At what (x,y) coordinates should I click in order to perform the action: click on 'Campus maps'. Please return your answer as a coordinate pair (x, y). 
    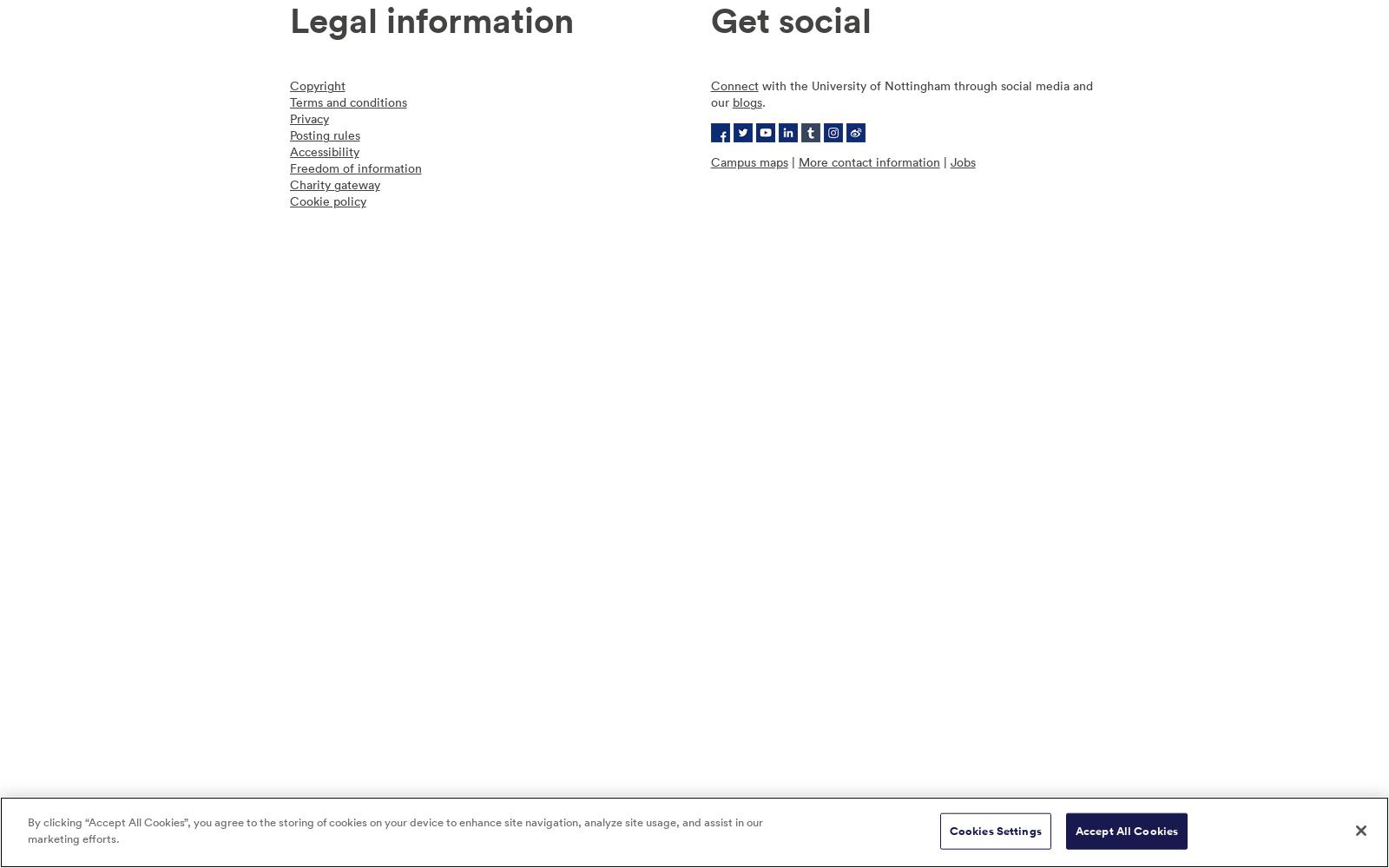
    Looking at the image, I should click on (747, 161).